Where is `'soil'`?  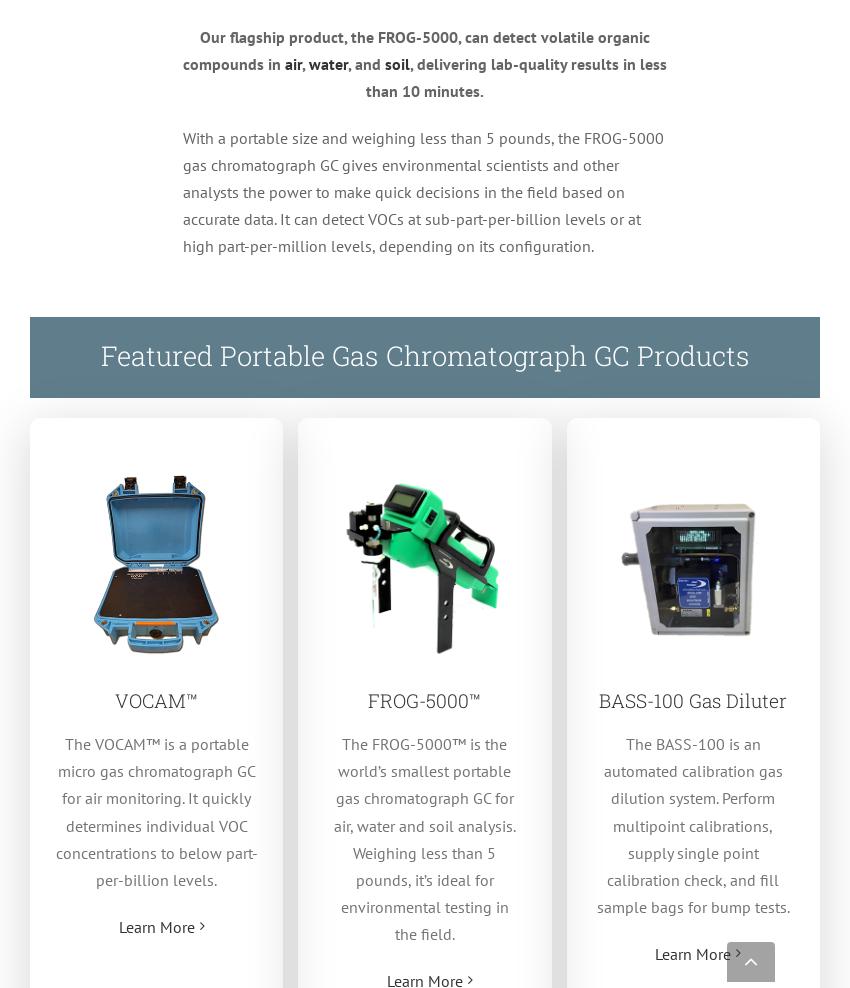
'soil' is located at coordinates (396, 63).